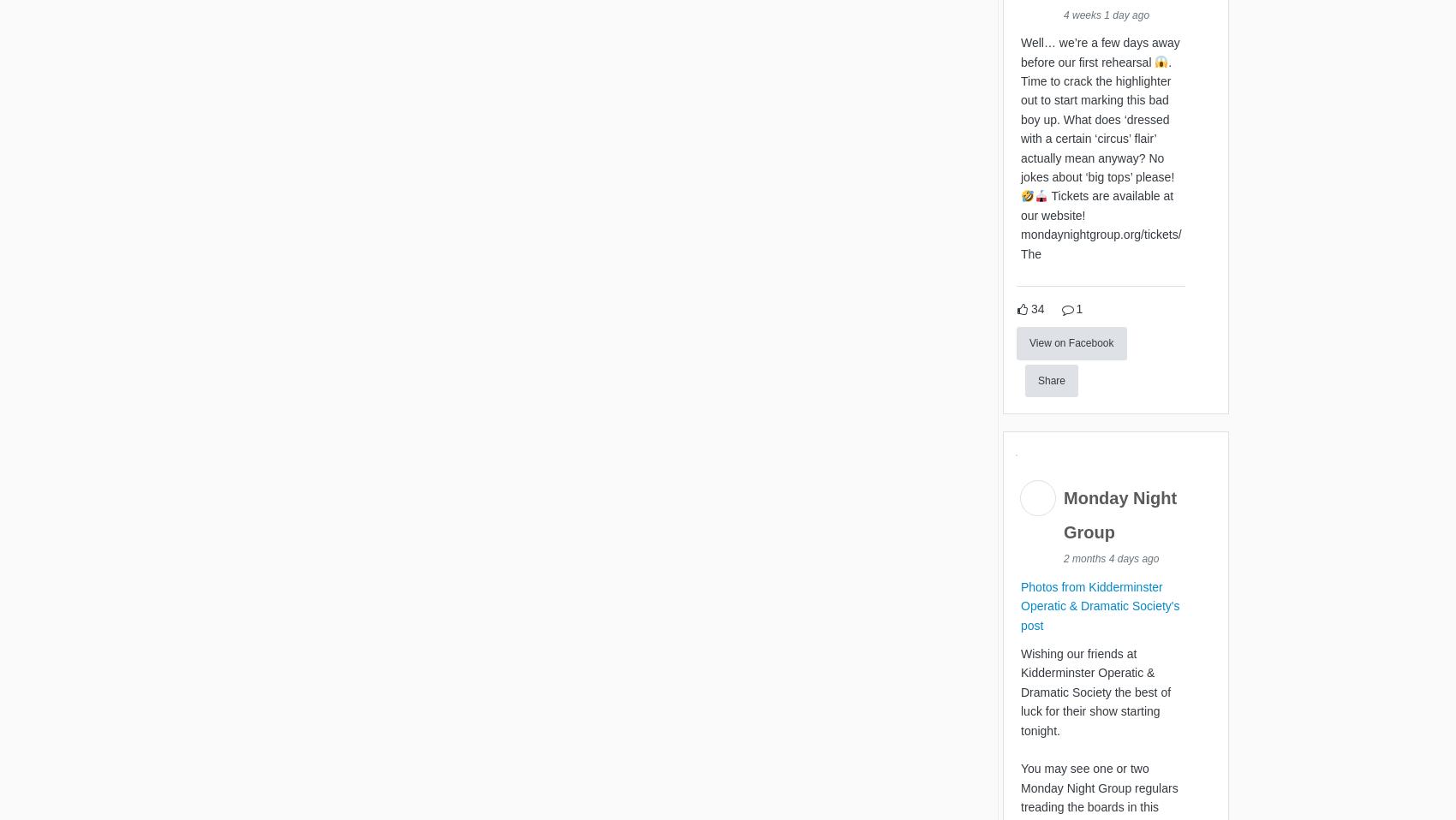  I want to click on 'Monday Night Group', so click(1119, 519).